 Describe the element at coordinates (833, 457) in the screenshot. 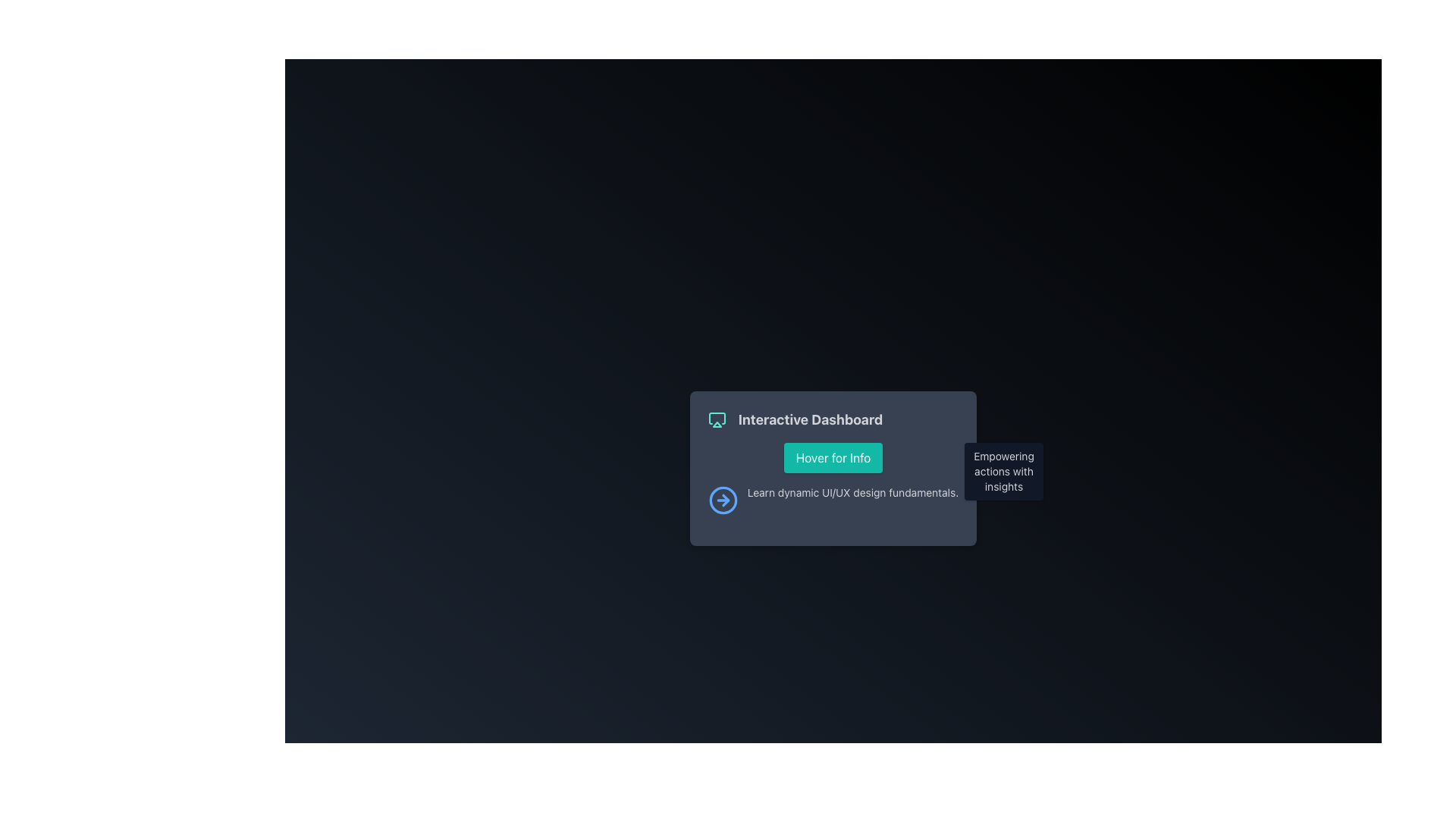

I see `the button with teal background and white text that says 'Hover for Info', located centrally beneath the title 'Interactive Dashboard'` at that location.